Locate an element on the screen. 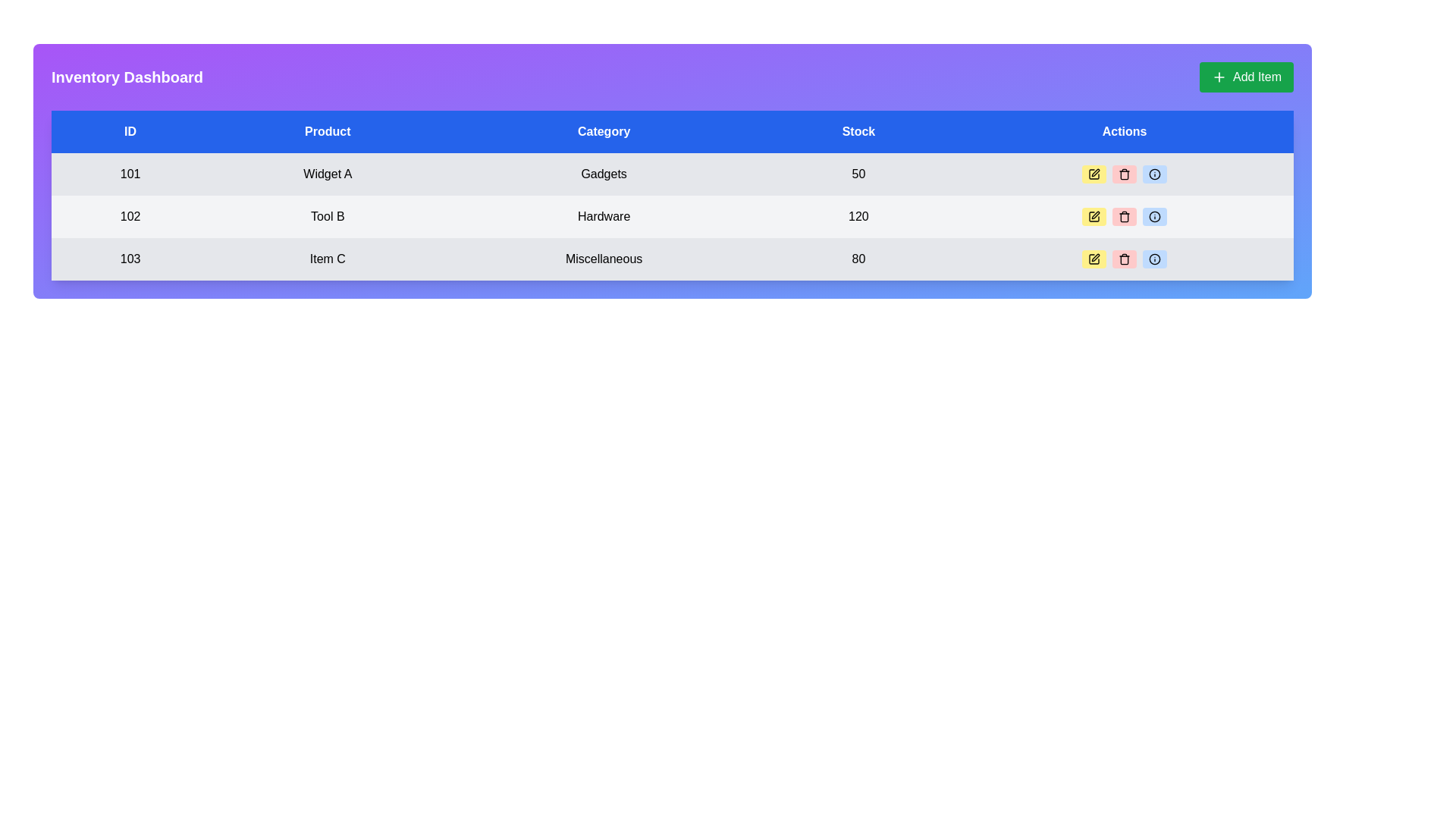 This screenshot has height=819, width=1456. the Data cell displaying the number '50' in the fourth column under the 'Stock' column, which is located in the first data row across the 'Gadgets' row is located at coordinates (858, 174).